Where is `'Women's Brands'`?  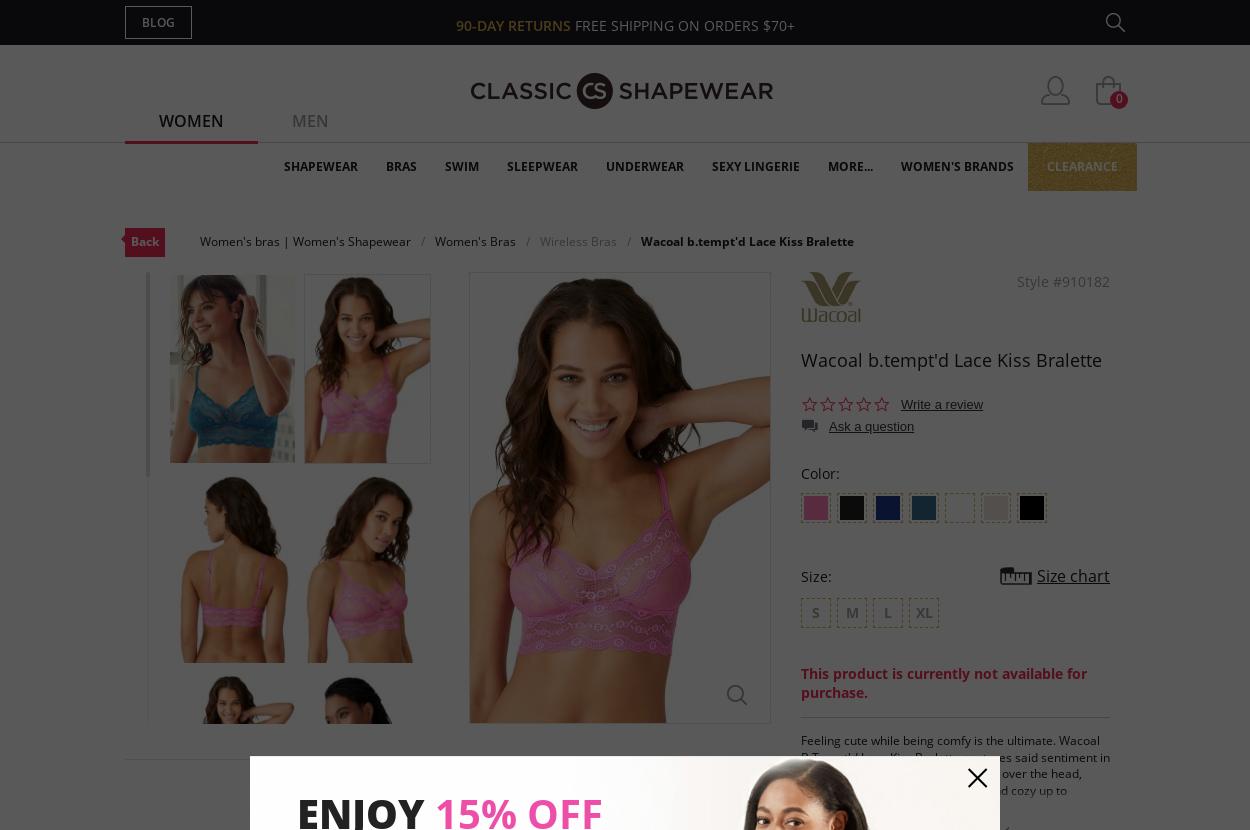
'Women's Brands' is located at coordinates (956, 166).